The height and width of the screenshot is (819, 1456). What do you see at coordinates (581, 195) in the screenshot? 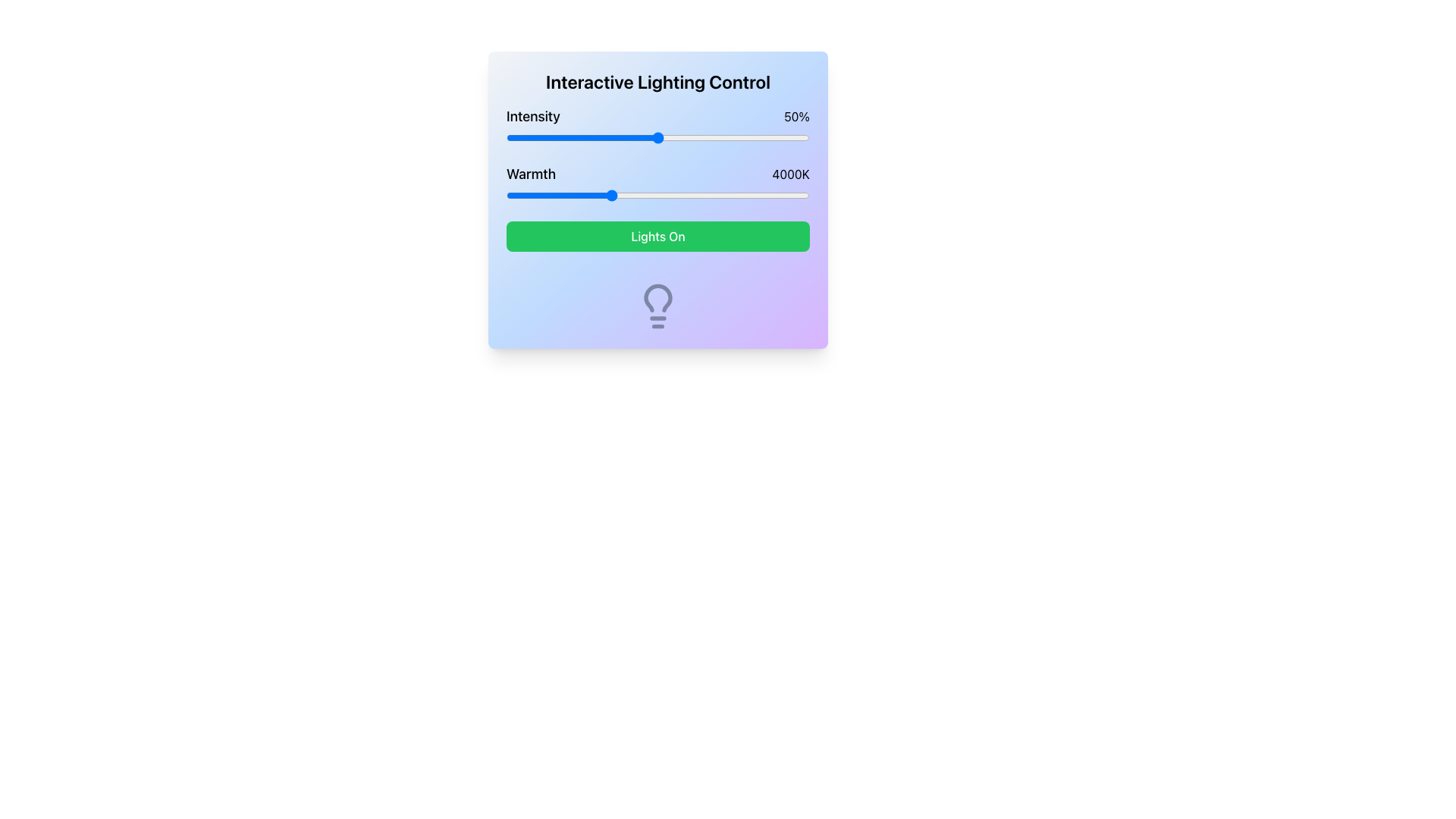
I see `warmth` at bounding box center [581, 195].